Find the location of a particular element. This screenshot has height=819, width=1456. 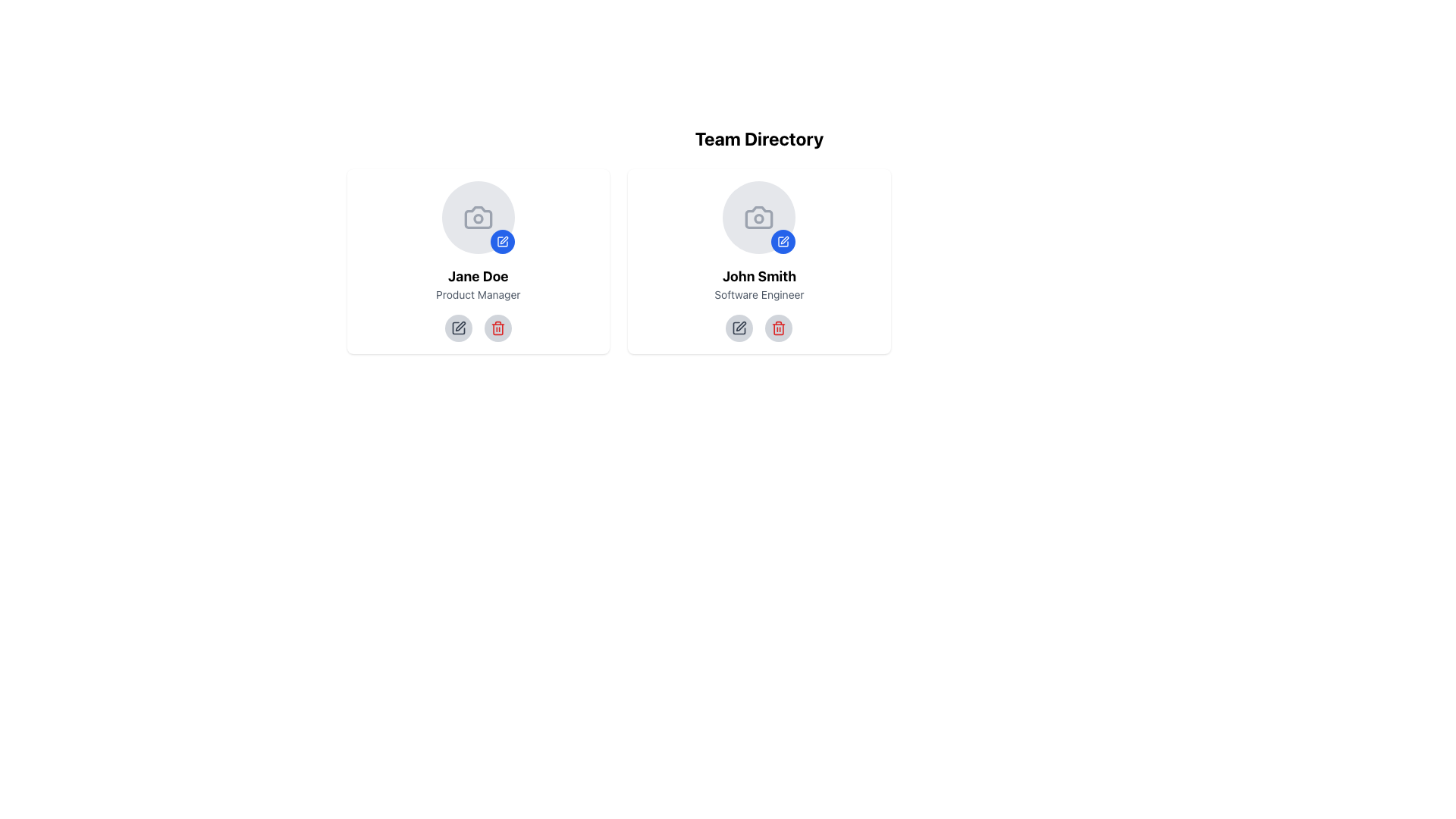

the edit icon located within Jane Doe's profile card, positioned near the profile photo's image placeholder is located at coordinates (504, 239).